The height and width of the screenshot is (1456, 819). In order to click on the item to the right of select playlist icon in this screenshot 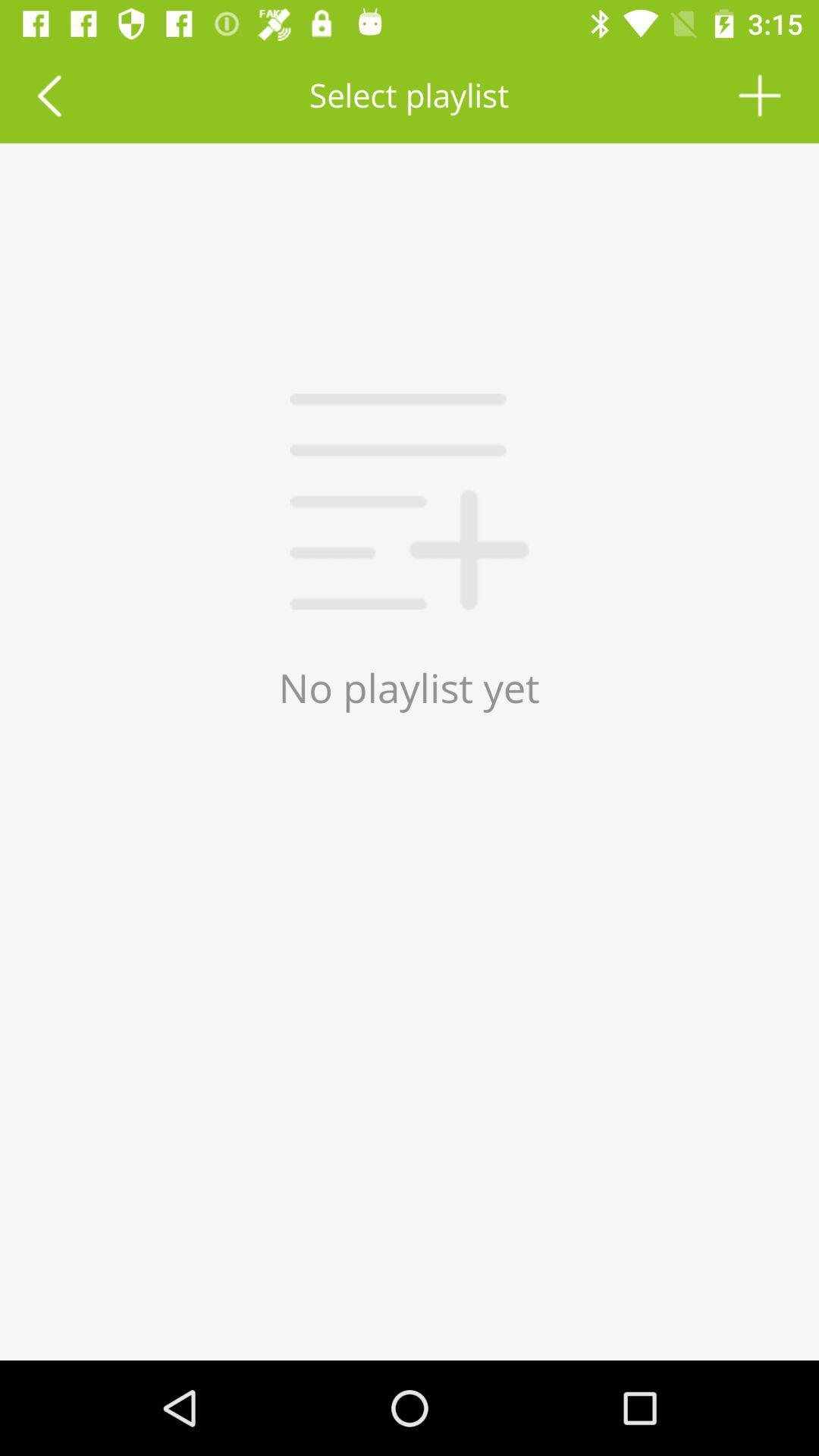, I will do `click(760, 94)`.